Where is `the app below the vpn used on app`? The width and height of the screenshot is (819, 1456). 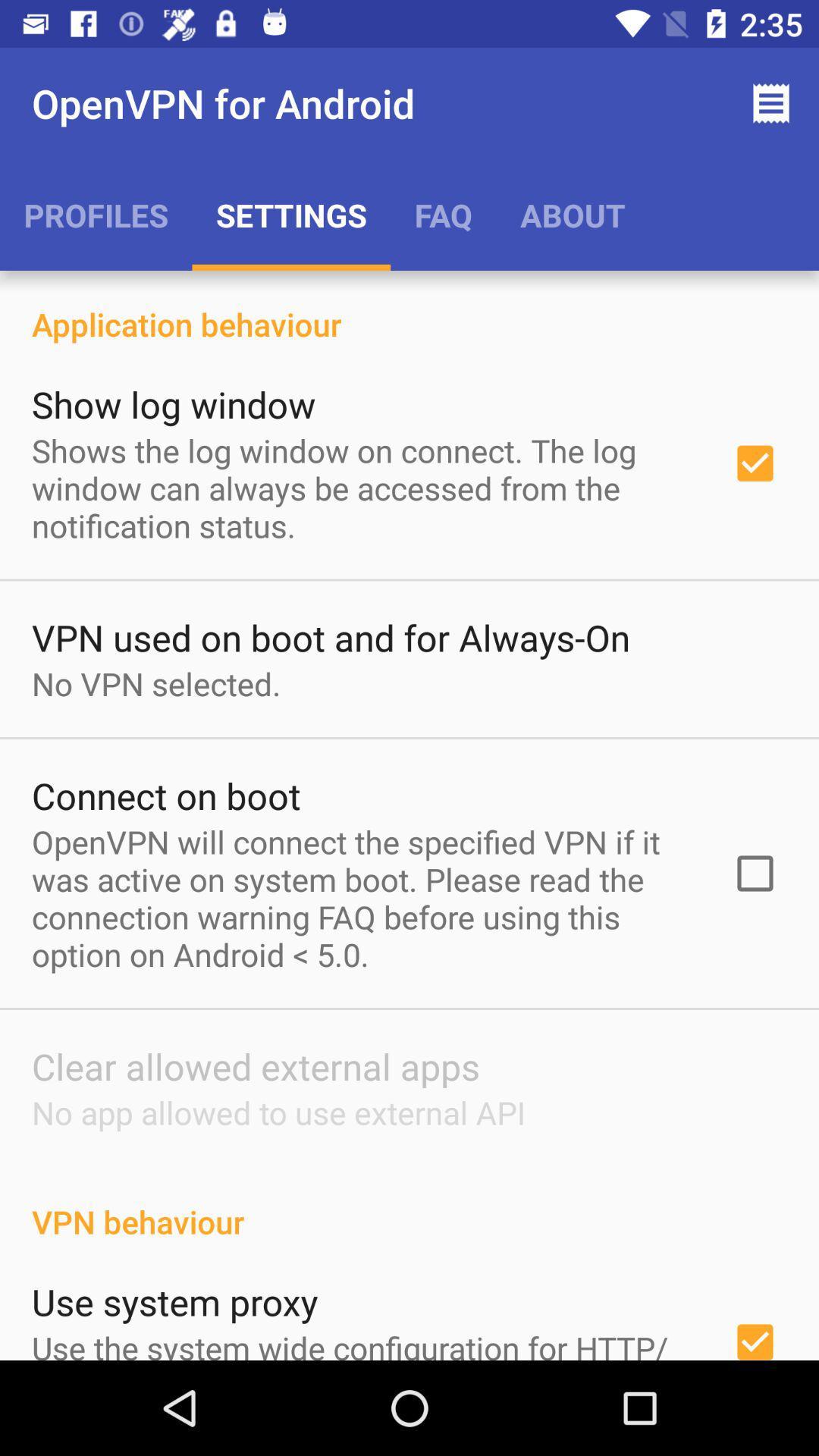 the app below the vpn used on app is located at coordinates (156, 682).